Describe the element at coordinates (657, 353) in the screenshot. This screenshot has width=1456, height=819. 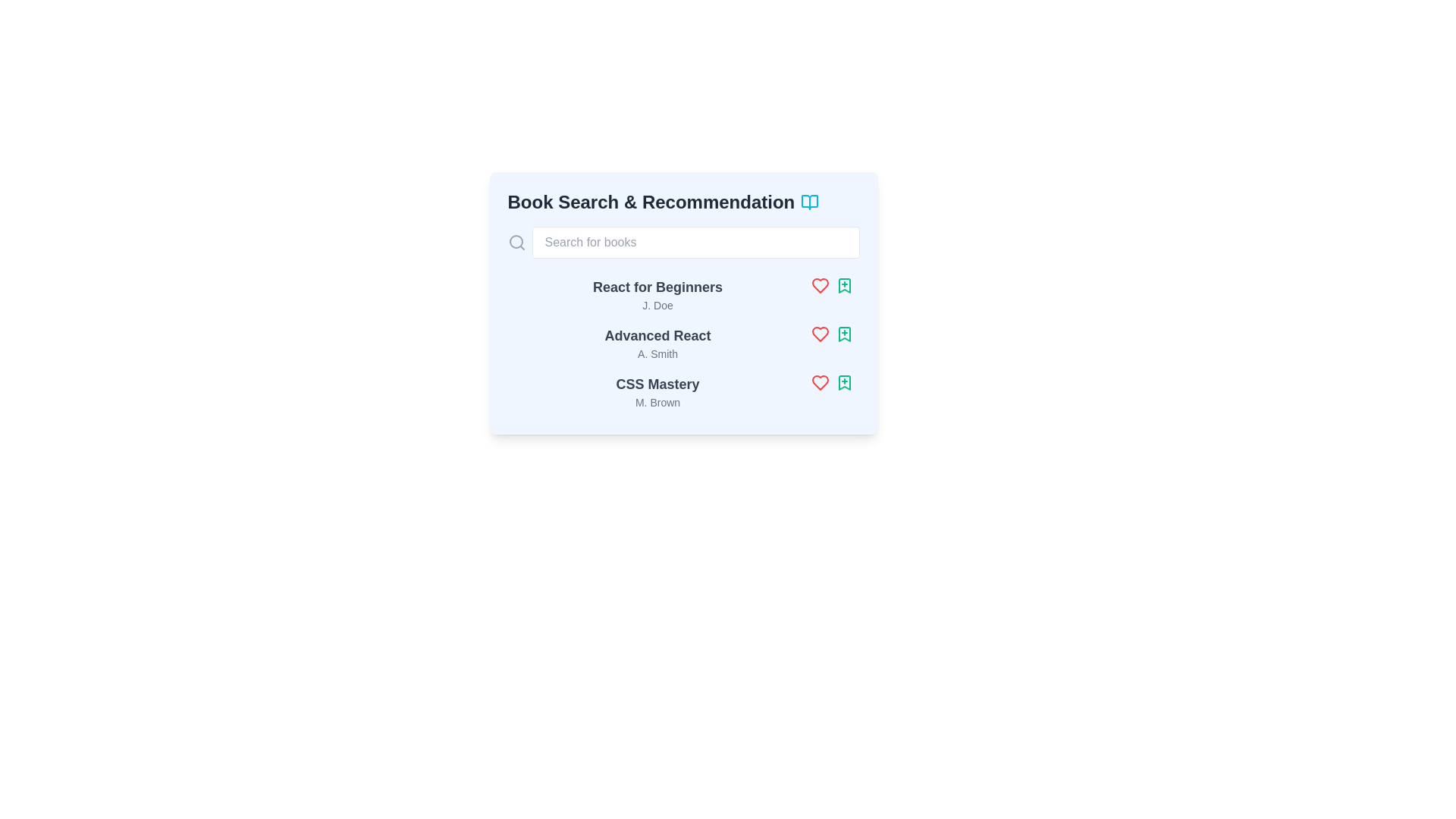
I see `the static text label displaying the author's name for the book 'Advanced React', located below the main title in the 'Book Search & Recommendation' panel` at that location.